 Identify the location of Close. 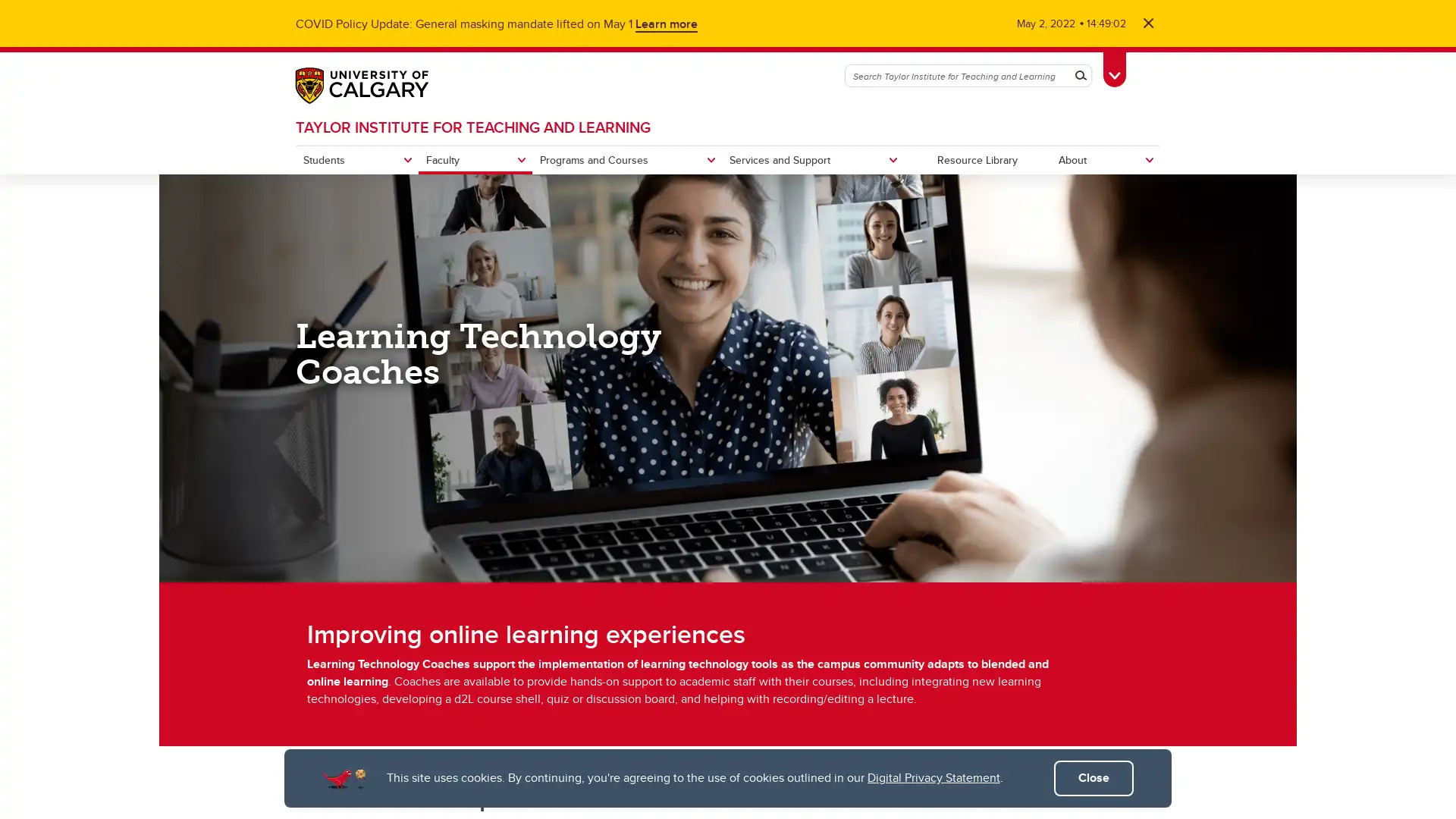
(1094, 778).